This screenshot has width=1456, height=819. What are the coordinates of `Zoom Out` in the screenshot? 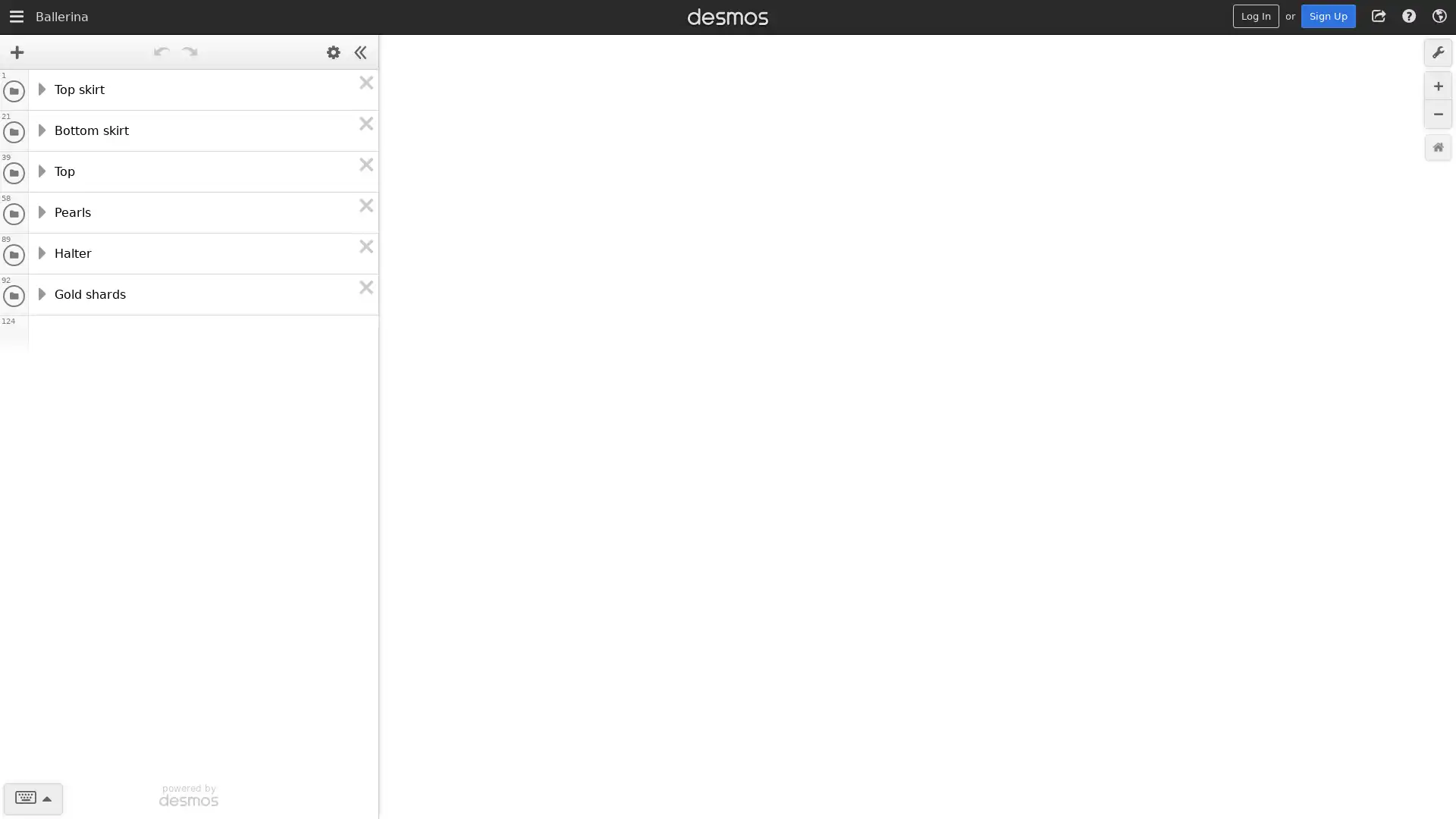 It's located at (1437, 113).